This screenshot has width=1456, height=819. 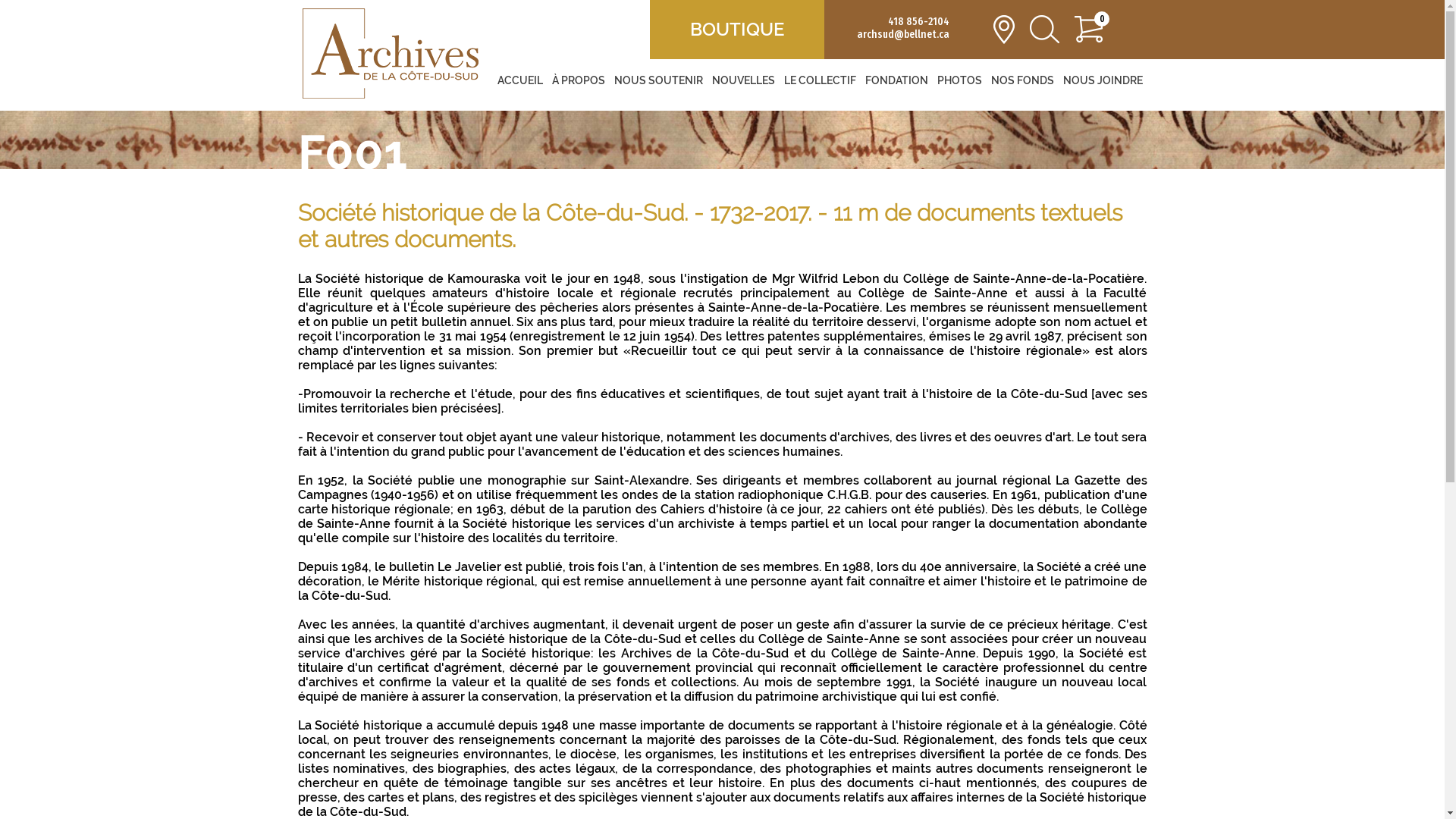 What do you see at coordinates (736, 29) in the screenshot?
I see `'BOUTIQUE'` at bounding box center [736, 29].